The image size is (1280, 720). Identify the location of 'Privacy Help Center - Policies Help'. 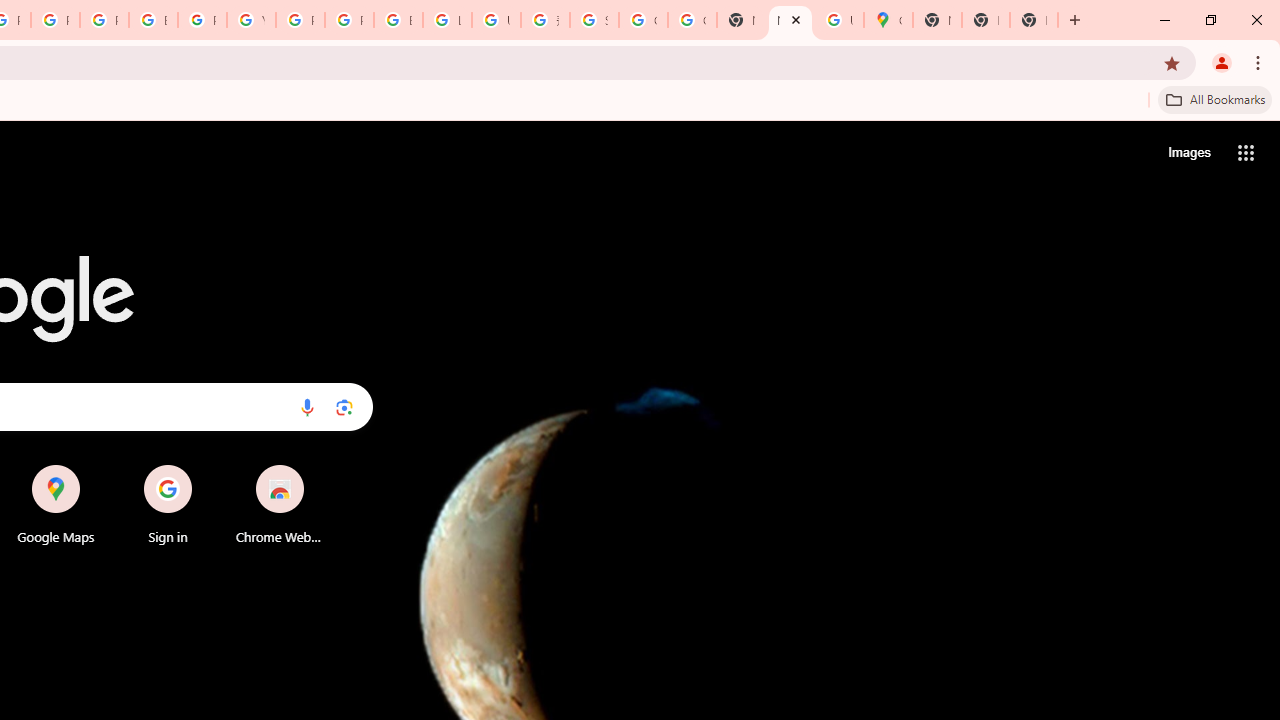
(55, 20).